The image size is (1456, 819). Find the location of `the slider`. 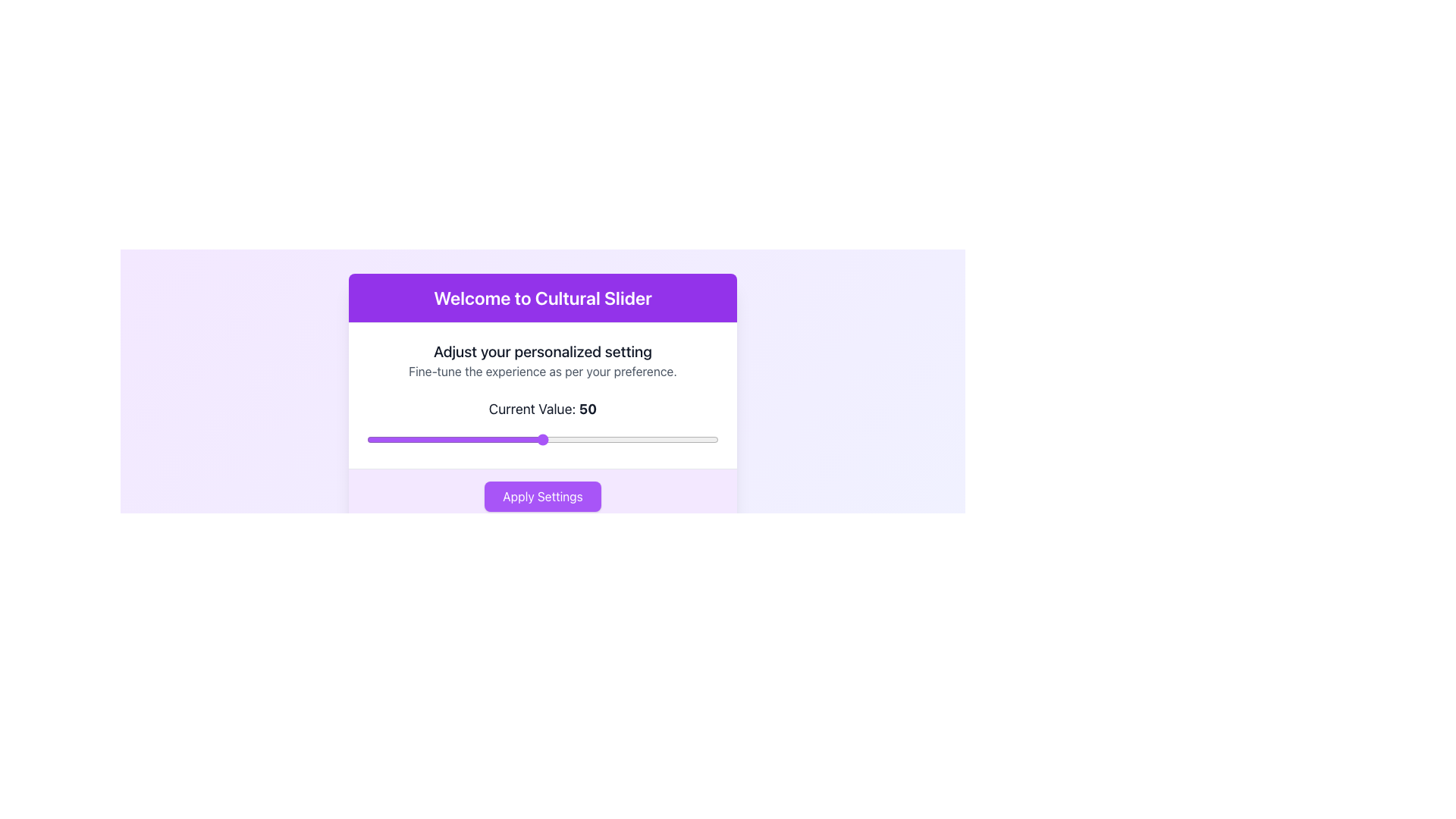

the slider is located at coordinates (391, 439).